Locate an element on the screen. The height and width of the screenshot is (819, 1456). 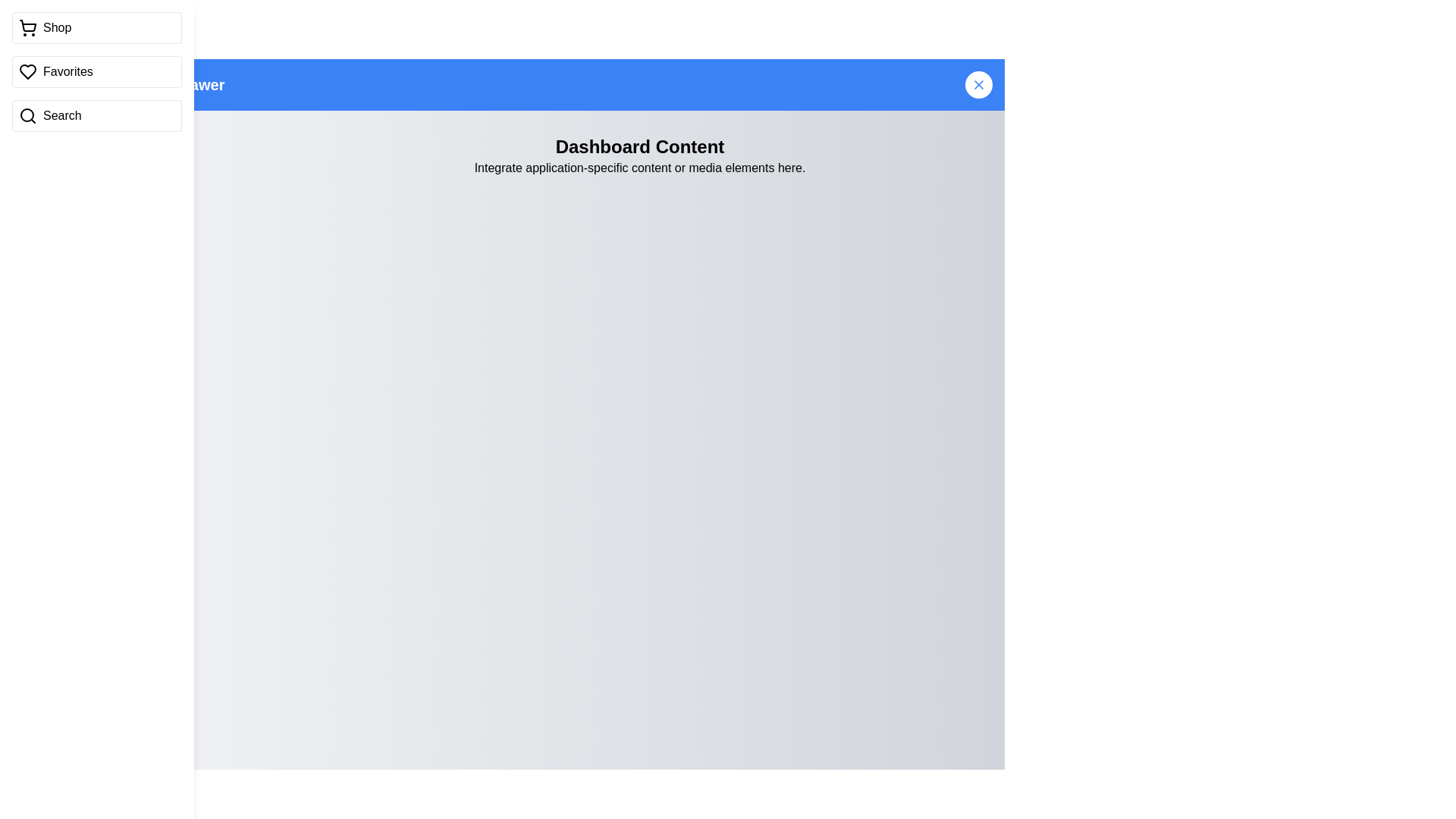
the heart-shaped icon located to the left of the 'Favorites' text in the left-side navigation drawer is located at coordinates (28, 72).